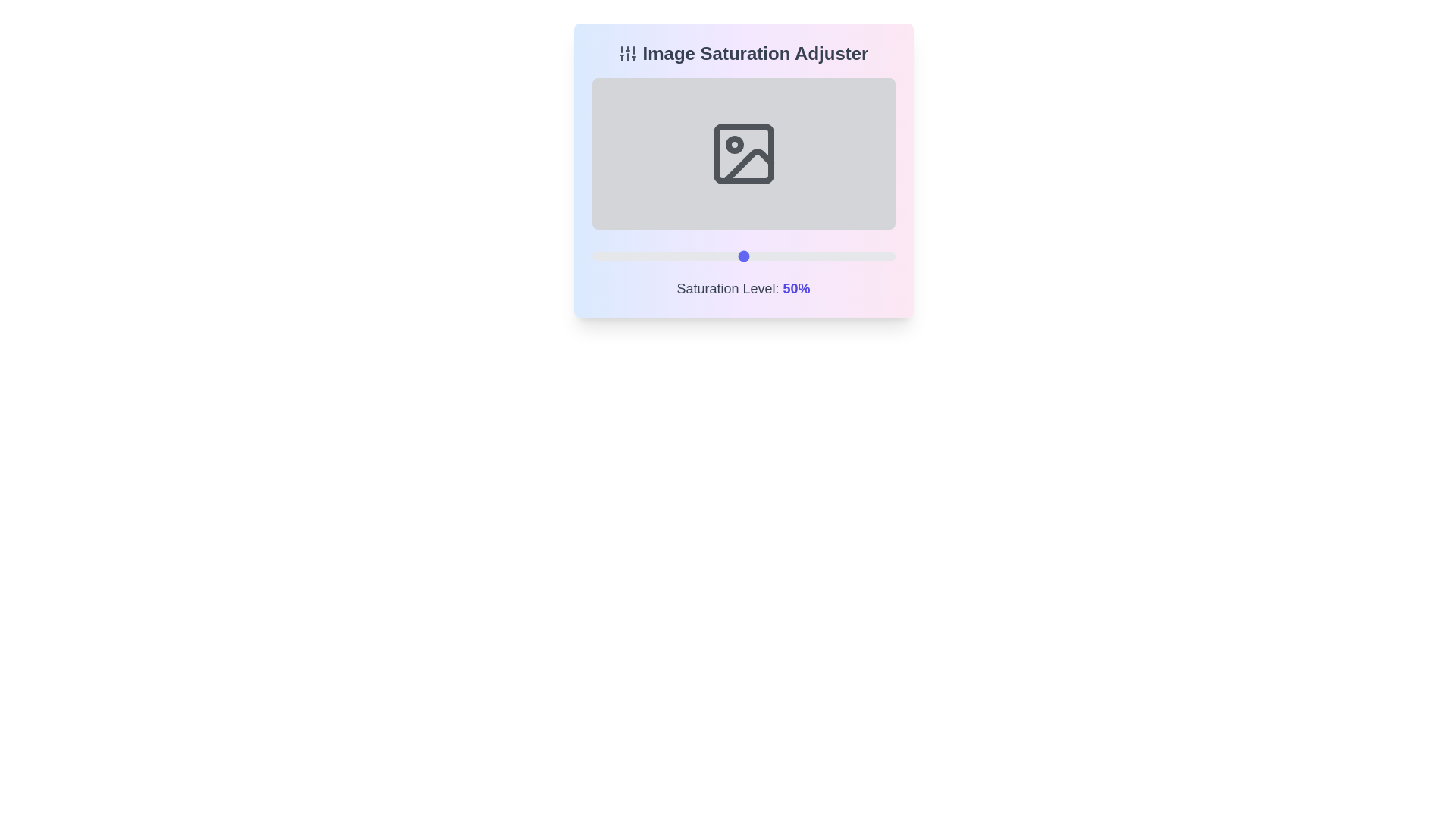  What do you see at coordinates (594, 256) in the screenshot?
I see `the saturation level to 1% by interacting with the slider` at bounding box center [594, 256].